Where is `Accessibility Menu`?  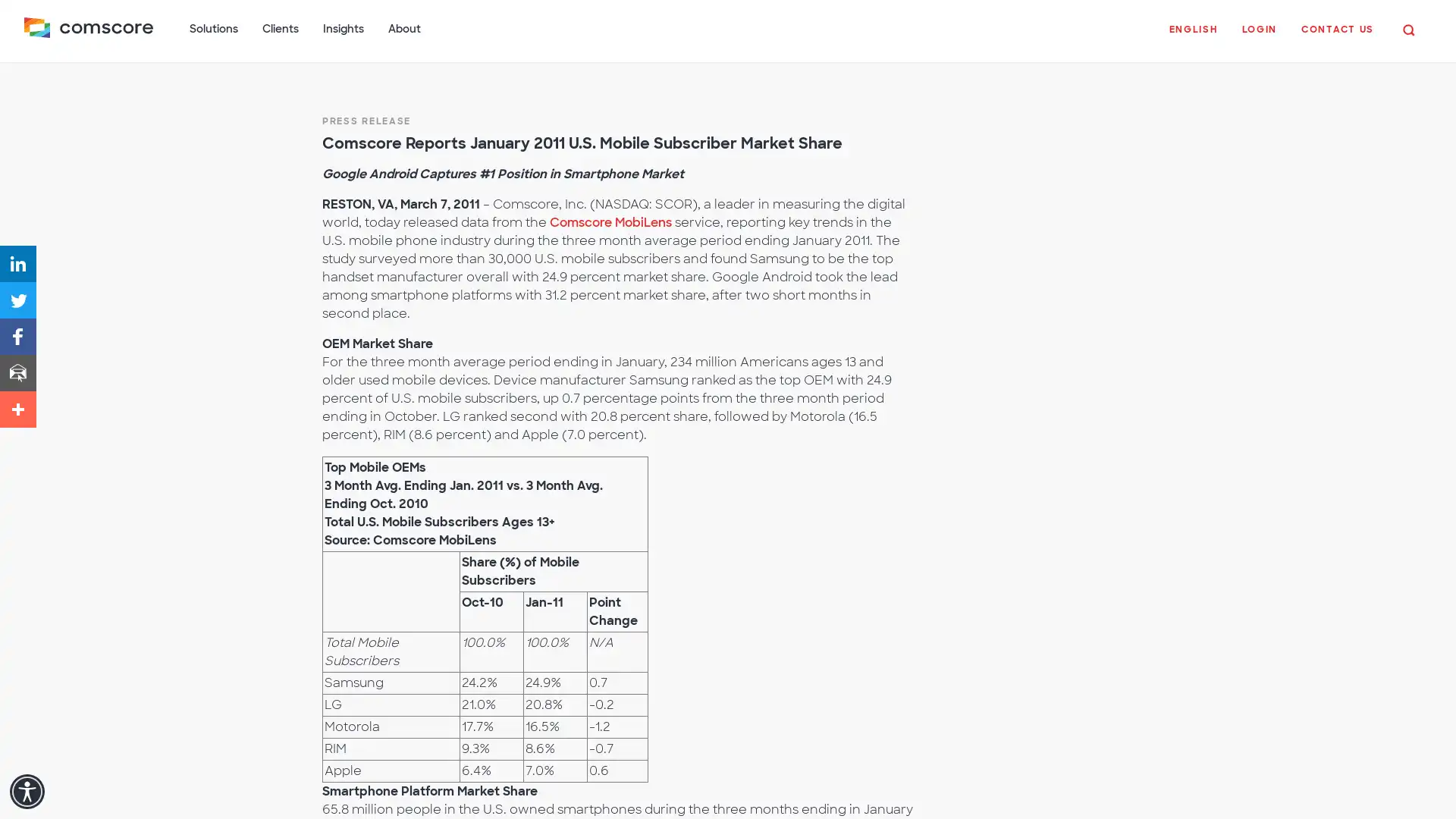
Accessibility Menu is located at coordinates (27, 791).